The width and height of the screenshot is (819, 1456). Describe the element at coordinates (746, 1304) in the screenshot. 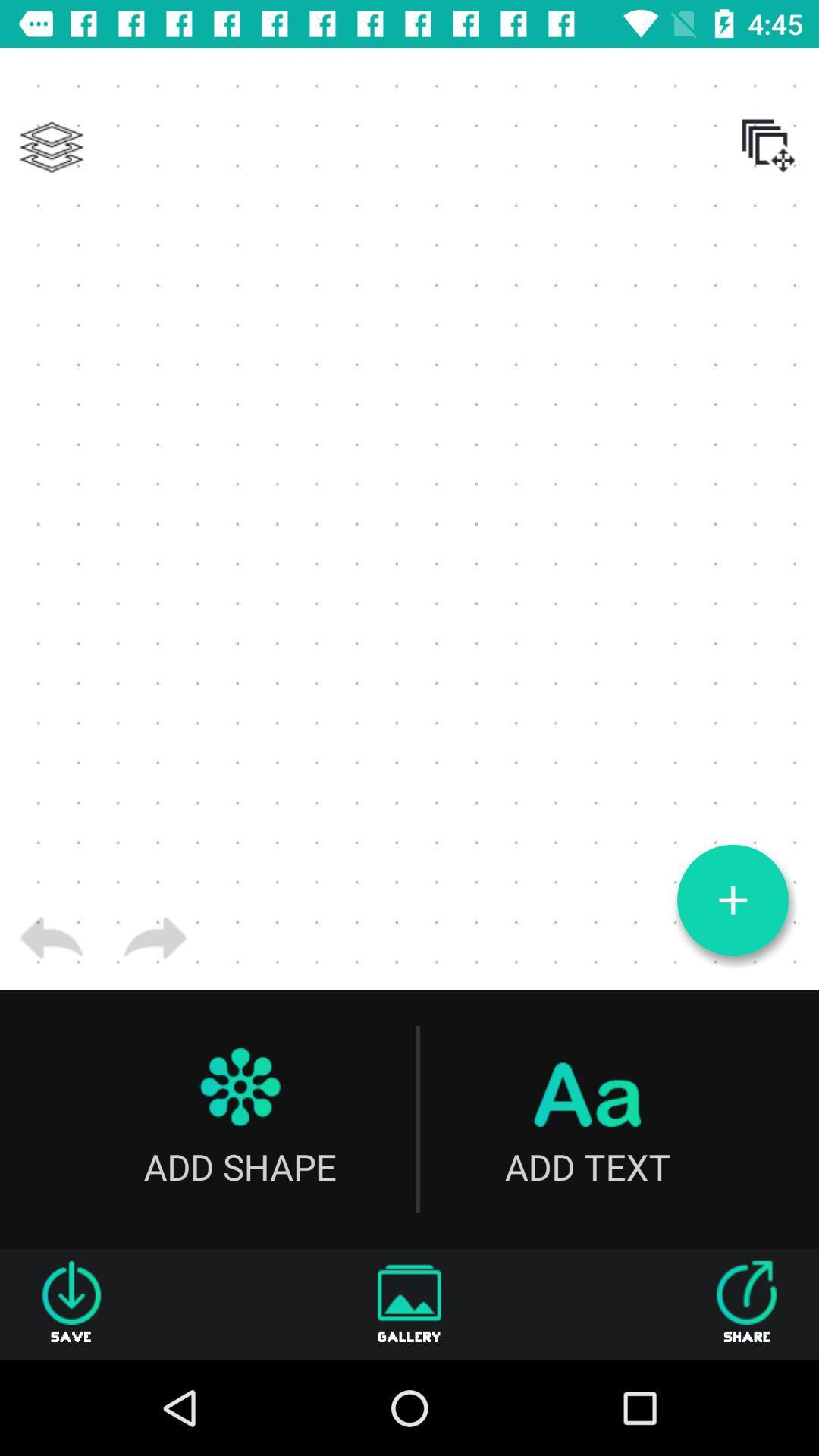

I see `the share item` at that location.